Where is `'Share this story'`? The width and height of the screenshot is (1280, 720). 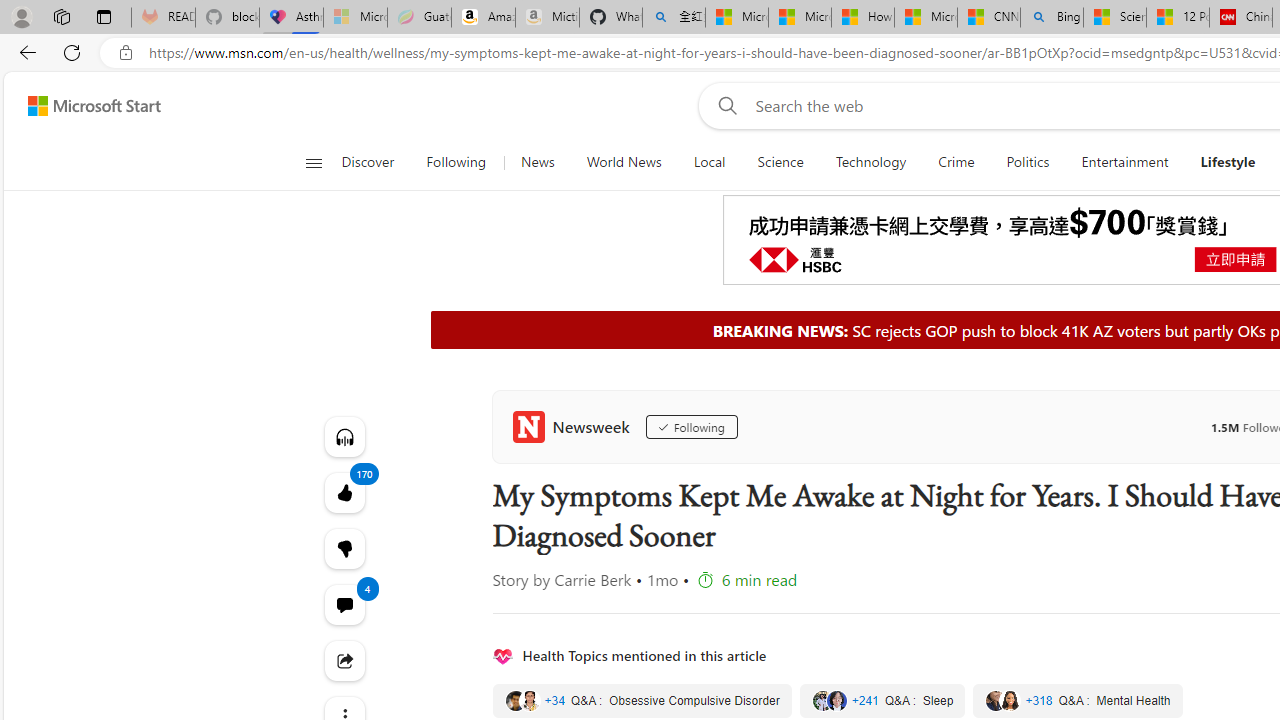
'Share this story' is located at coordinates (344, 660).